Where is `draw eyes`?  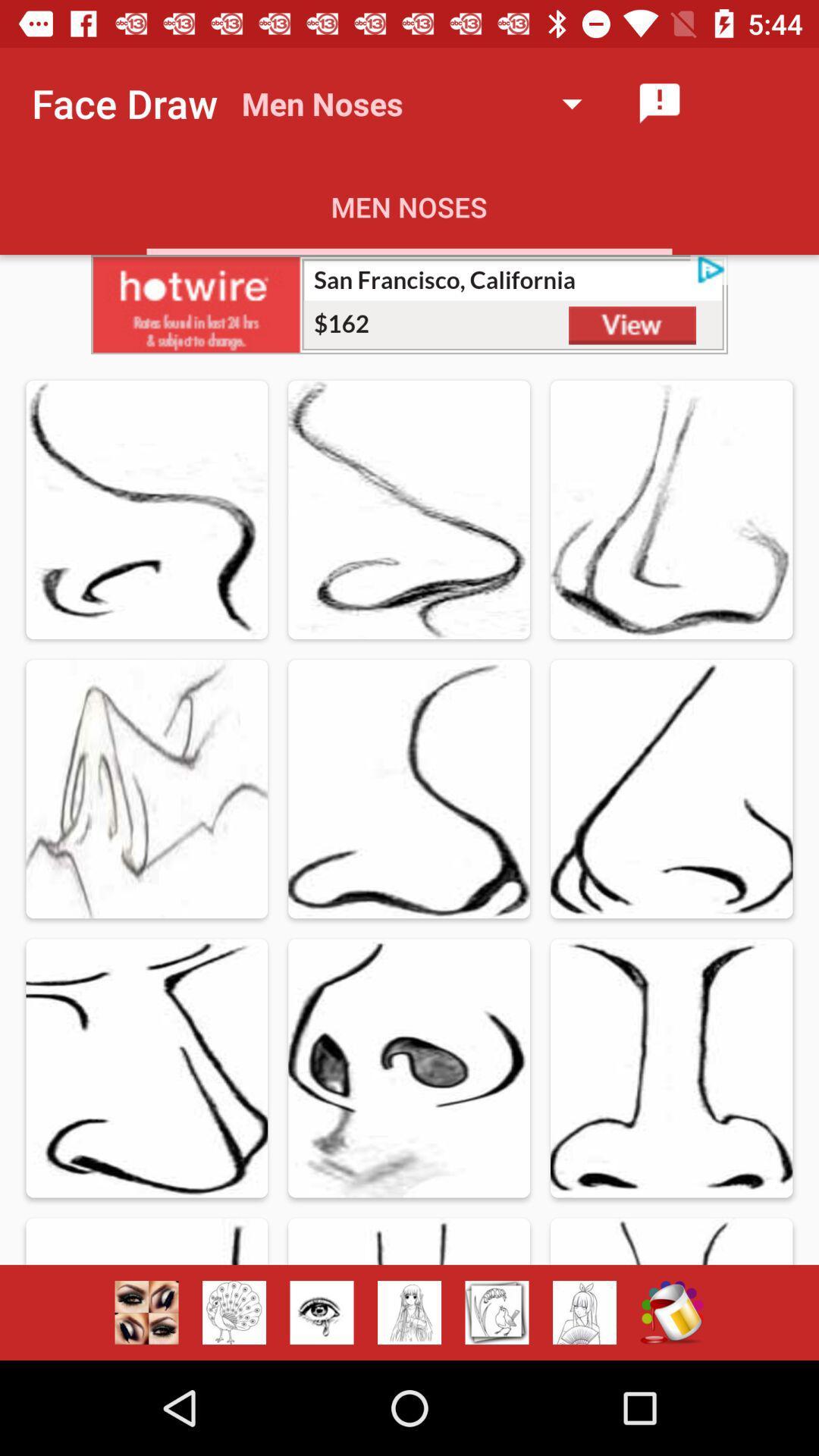
draw eyes is located at coordinates (321, 1312).